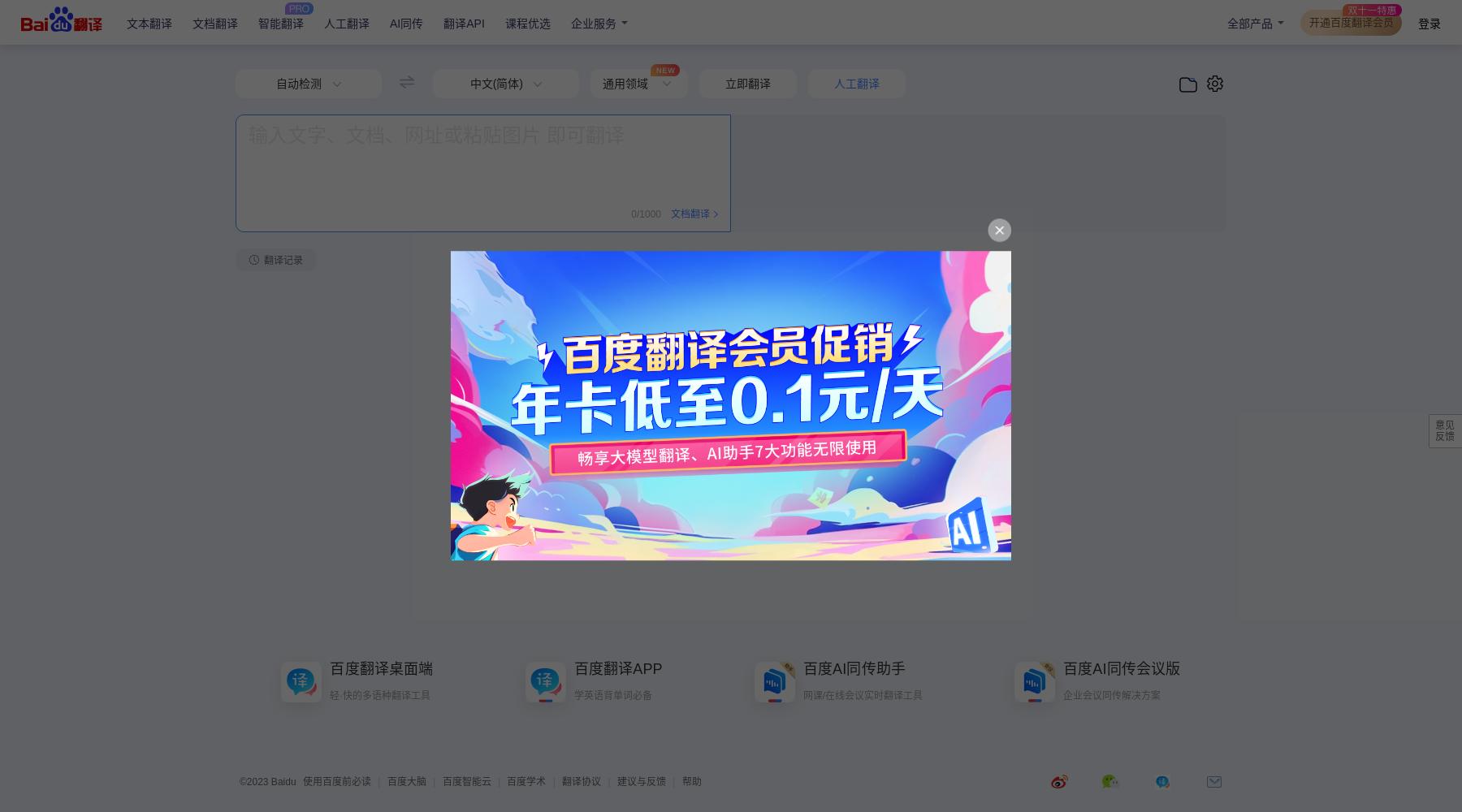 The height and width of the screenshot is (812, 1462). I want to click on '1000', so click(650, 214).